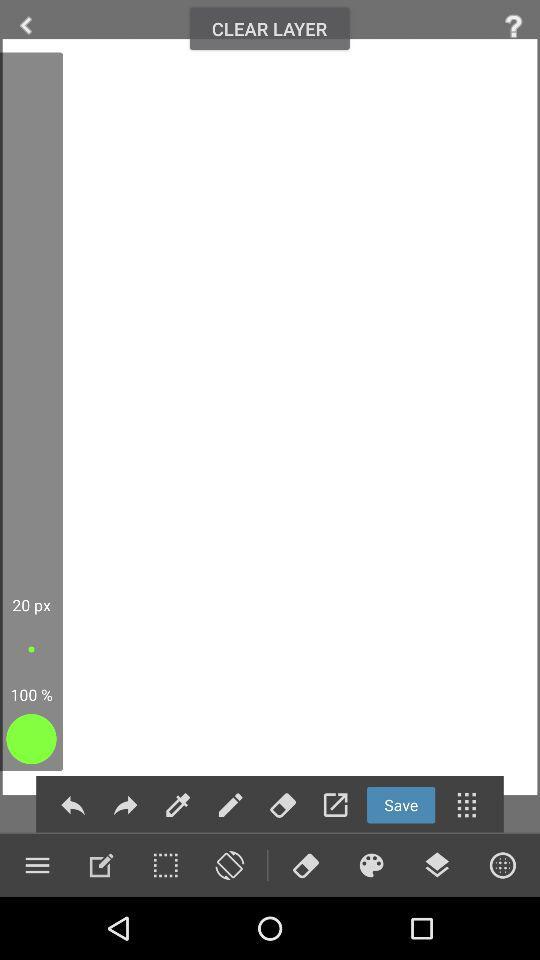 The image size is (540, 960). I want to click on open menu, so click(466, 805).